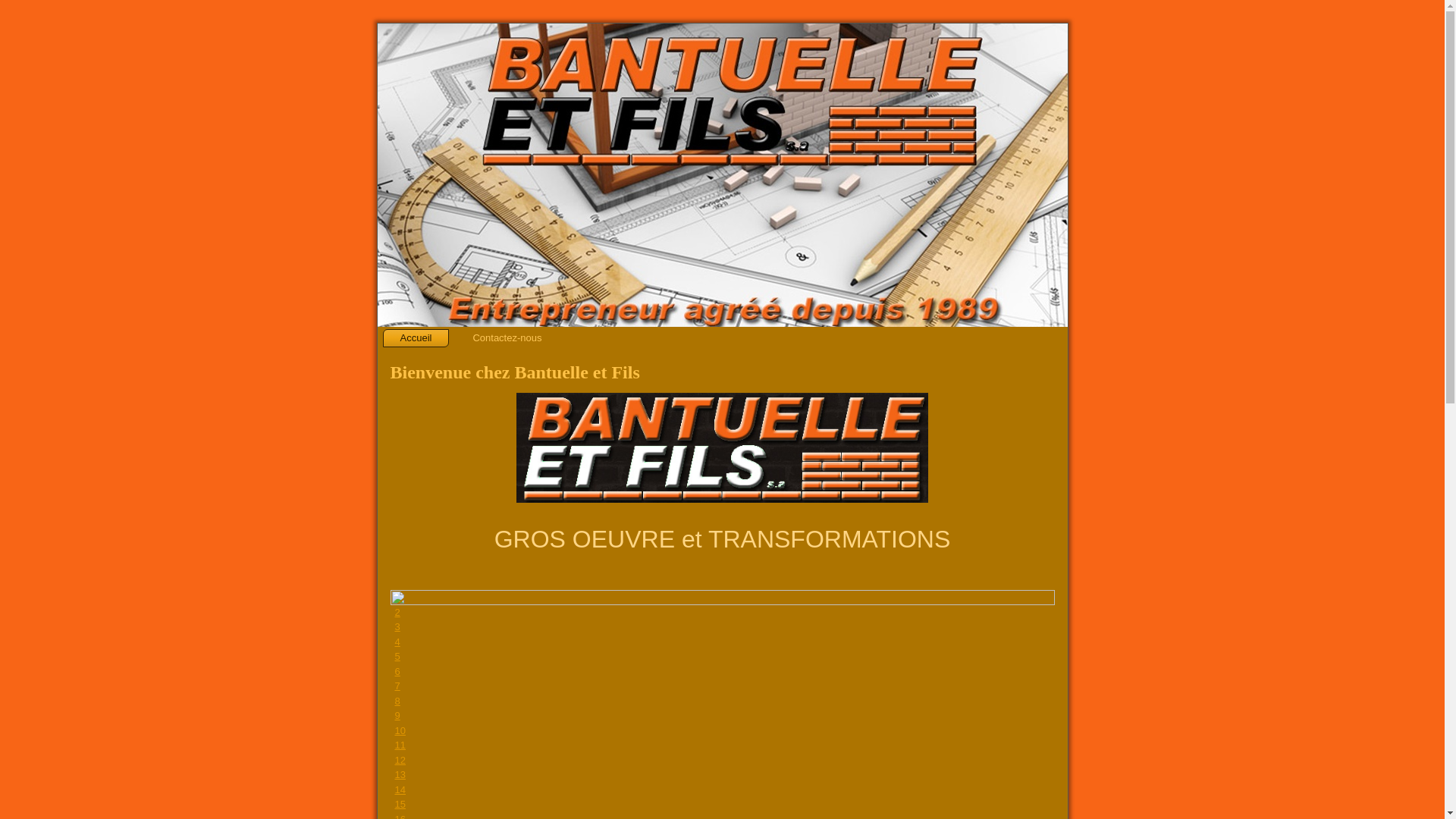  Describe the element at coordinates (397, 700) in the screenshot. I see `'8'` at that location.